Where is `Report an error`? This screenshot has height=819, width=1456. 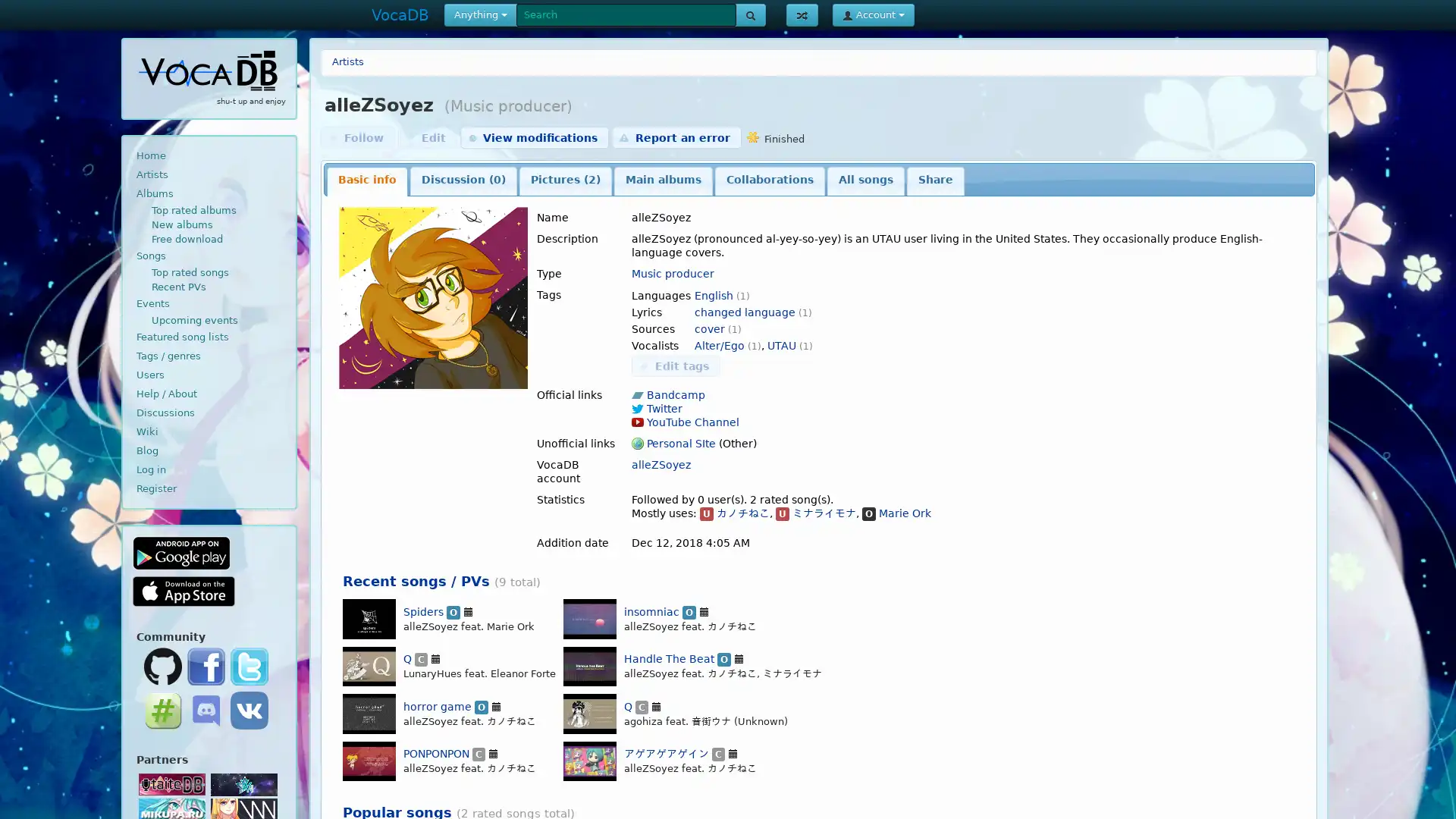 Report an error is located at coordinates (676, 137).